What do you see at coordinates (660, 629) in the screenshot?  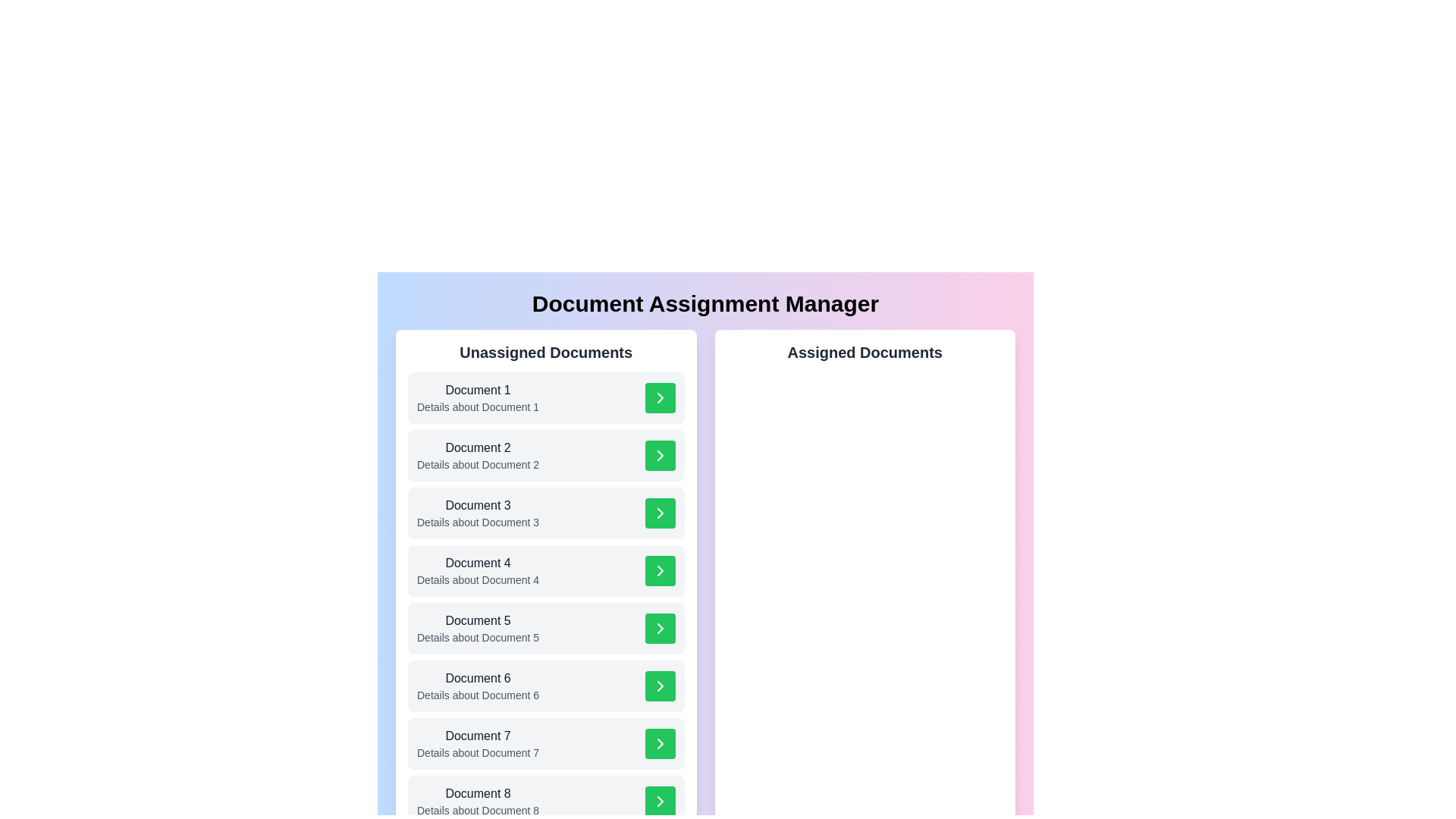 I see `the Icon button for 'Document 5'` at bounding box center [660, 629].